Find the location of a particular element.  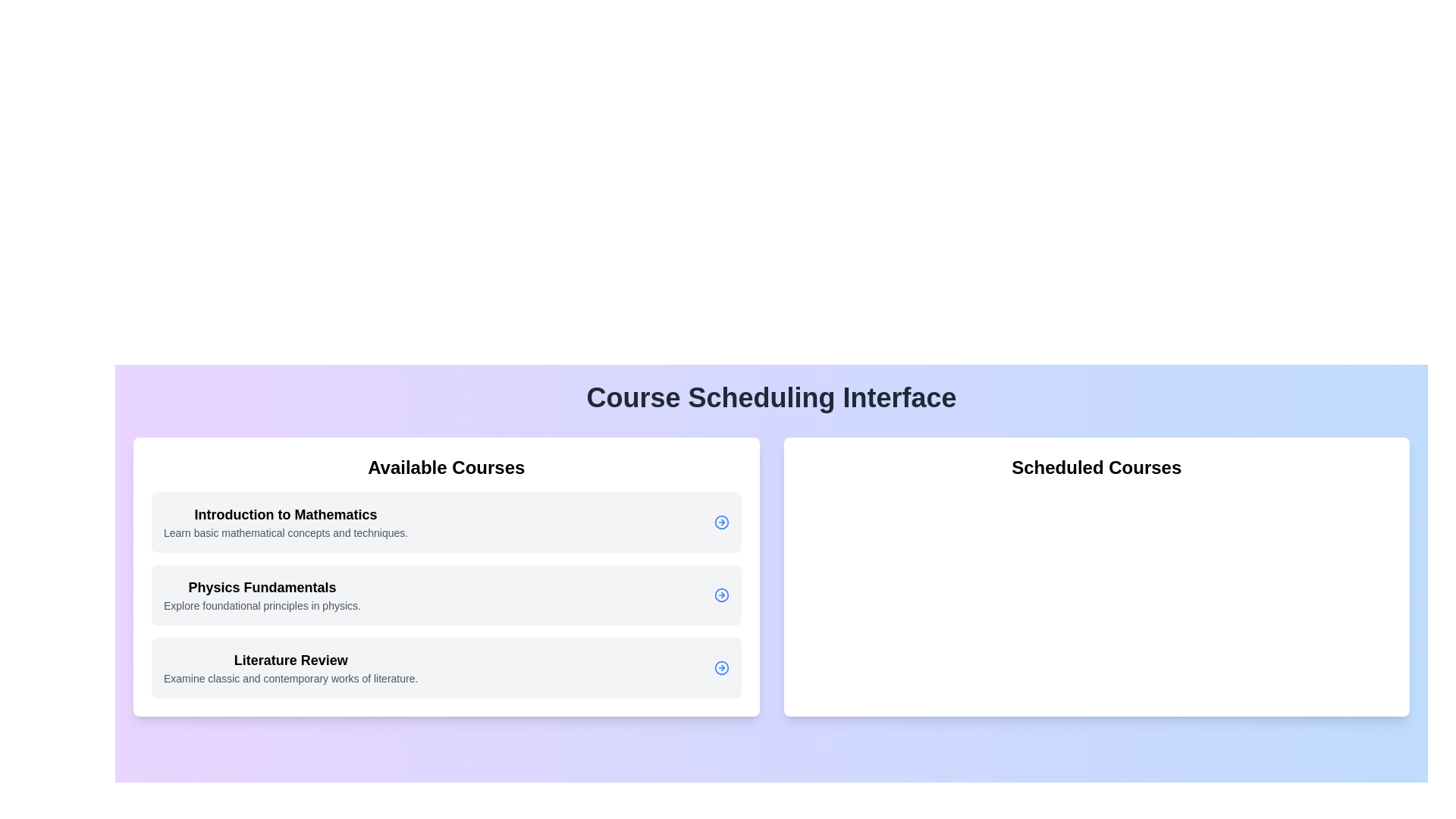

the static text heading that displays 'Course Scheduling Interface' in bold, large font, centrally aligned within a gradient background bar transitioning from purple to blue is located at coordinates (771, 397).